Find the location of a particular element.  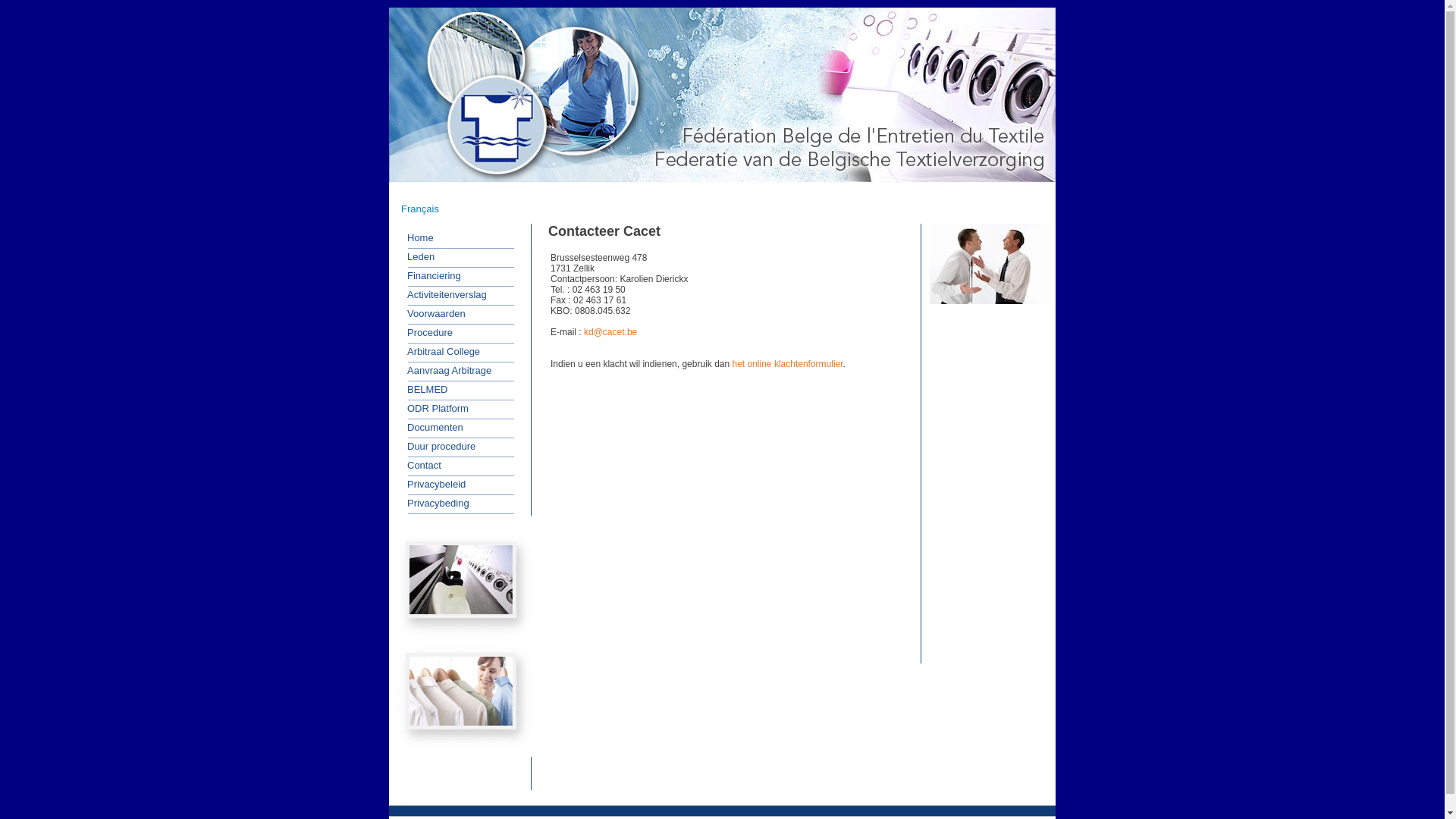

'Voorwaarden' is located at coordinates (430, 312).